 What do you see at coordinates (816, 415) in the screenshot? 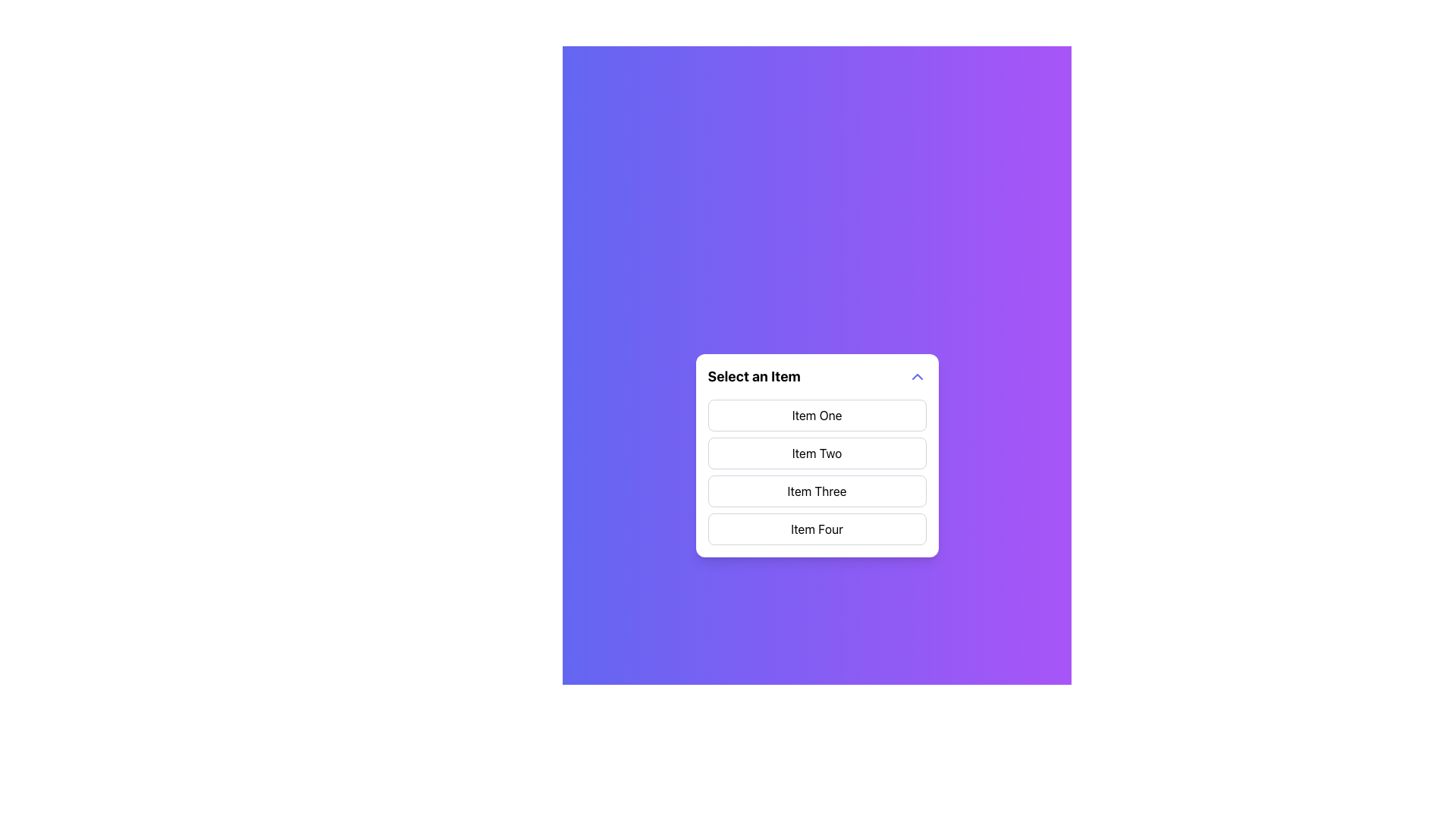
I see `the first item in the dropdown menu, labeled 'Item One'` at bounding box center [816, 415].